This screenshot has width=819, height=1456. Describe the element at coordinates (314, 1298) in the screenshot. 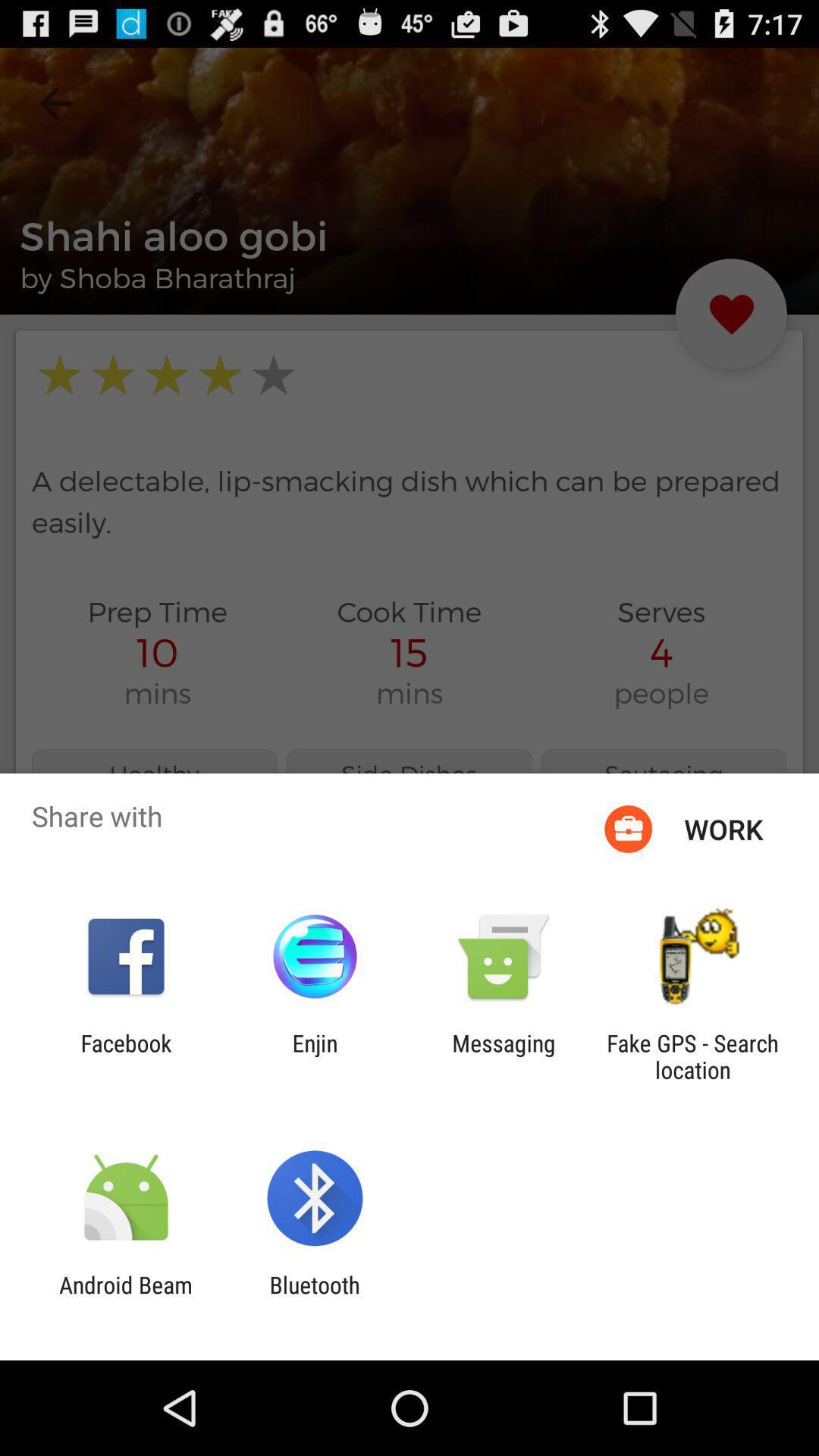

I see `icon to the right of android beam icon` at that location.